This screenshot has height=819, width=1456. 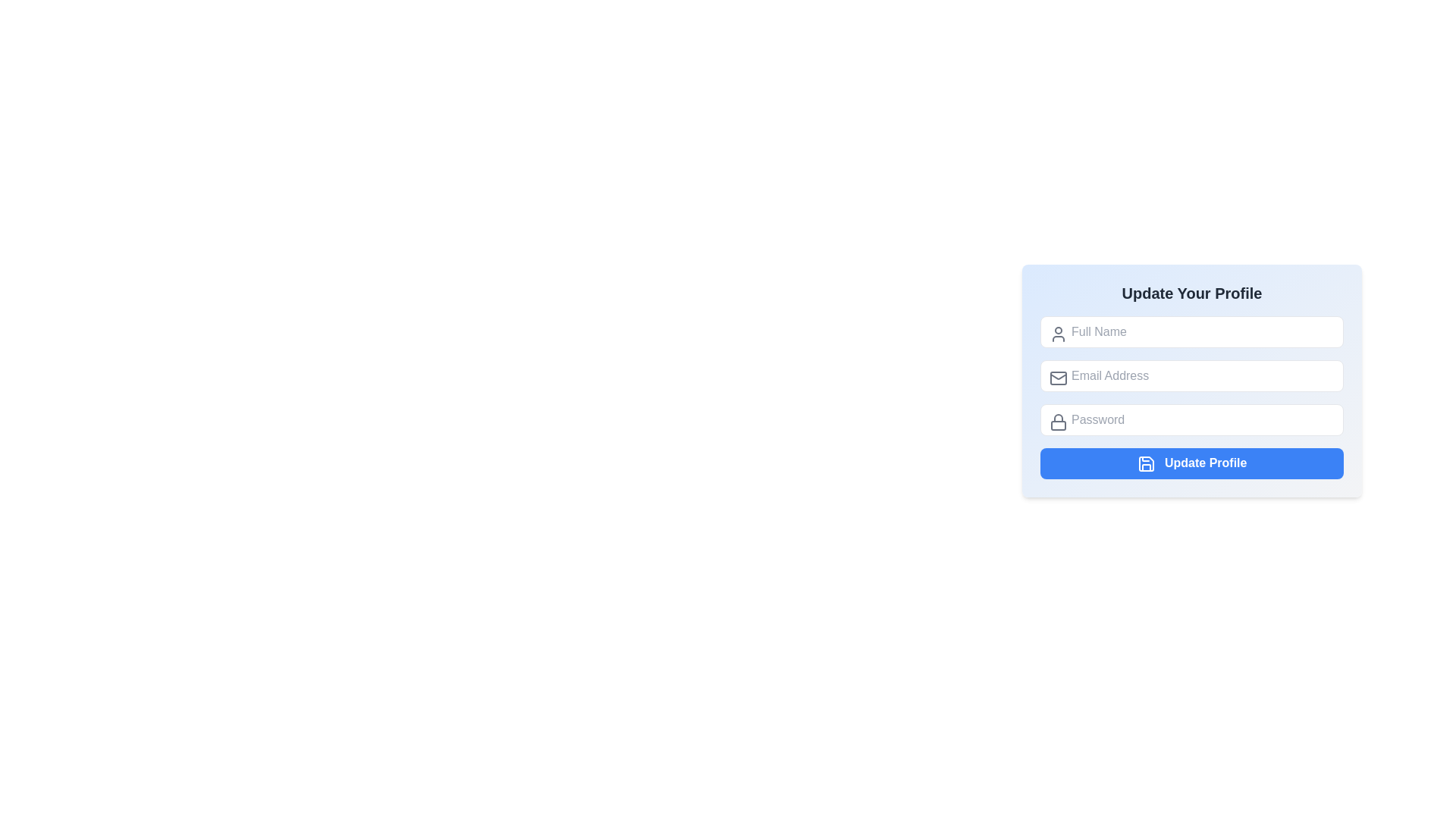 I want to click on the blue 'Update Profile' button with white text at the bottom of the form, so click(x=1191, y=462).